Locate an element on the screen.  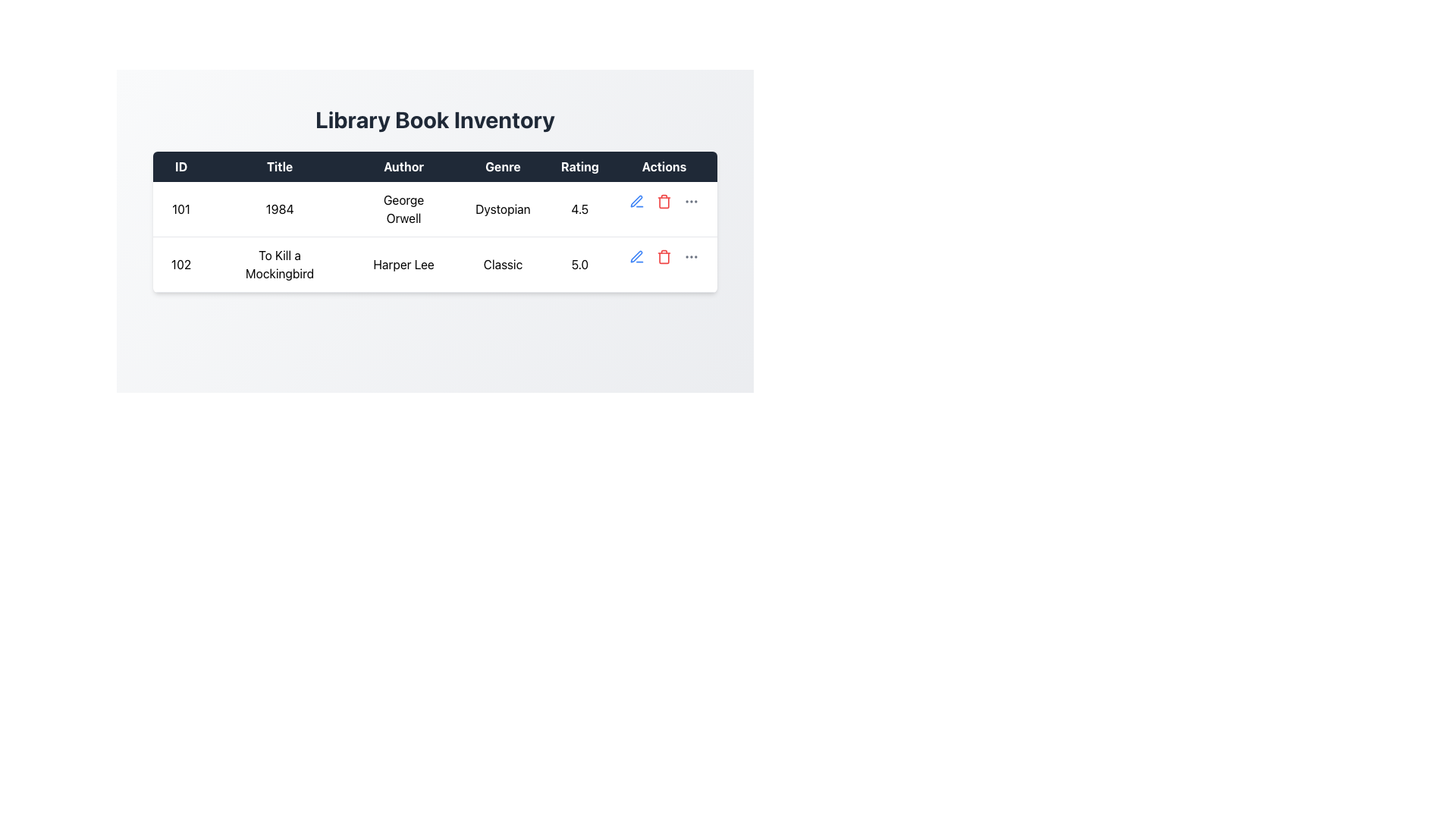
the label in the table that indicates the name of a book, located in the second column of the first row under the 'Title' header, next to the cell containing '101' is located at coordinates (280, 209).